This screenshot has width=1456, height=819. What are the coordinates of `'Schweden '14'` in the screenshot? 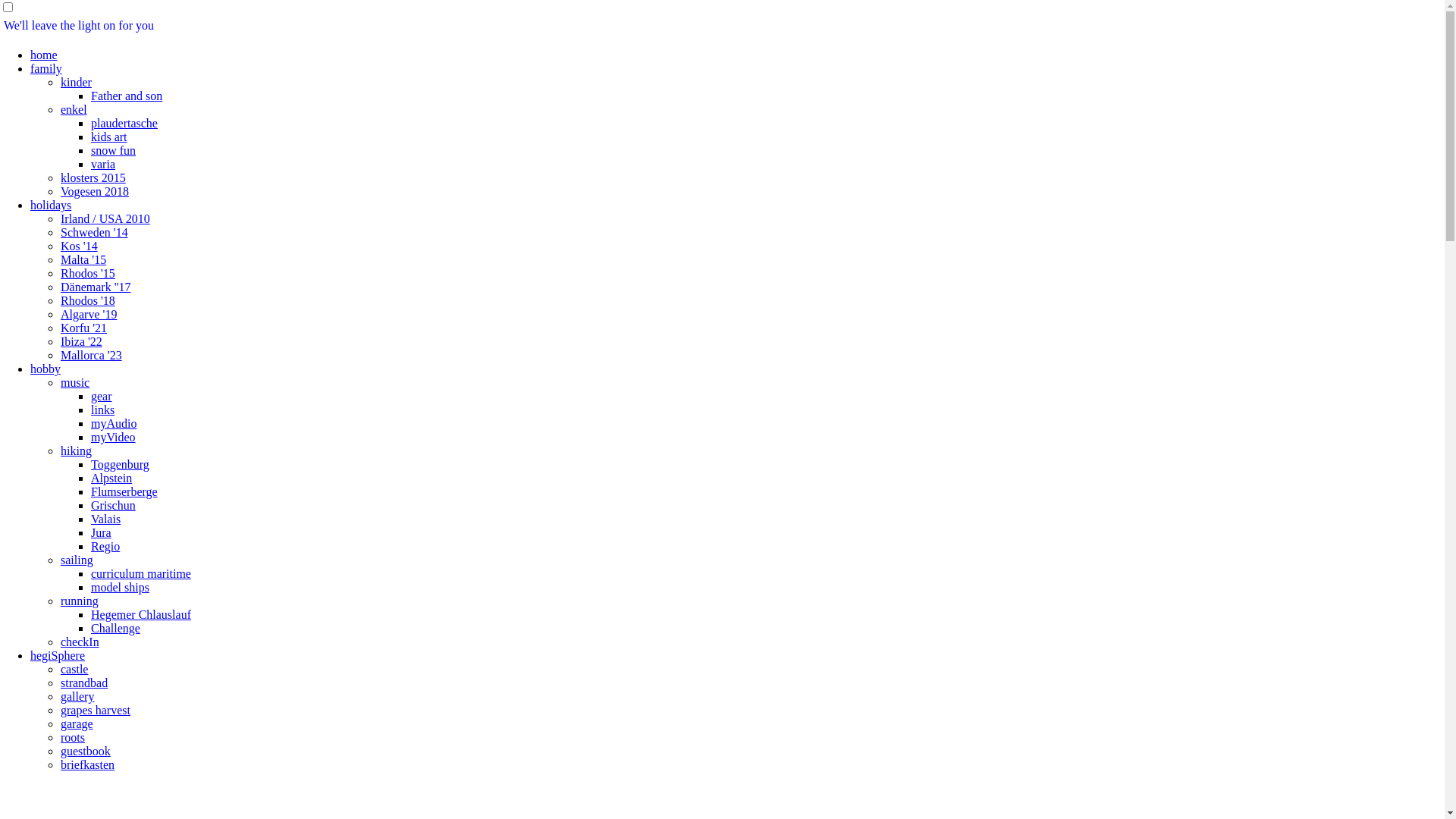 It's located at (93, 232).